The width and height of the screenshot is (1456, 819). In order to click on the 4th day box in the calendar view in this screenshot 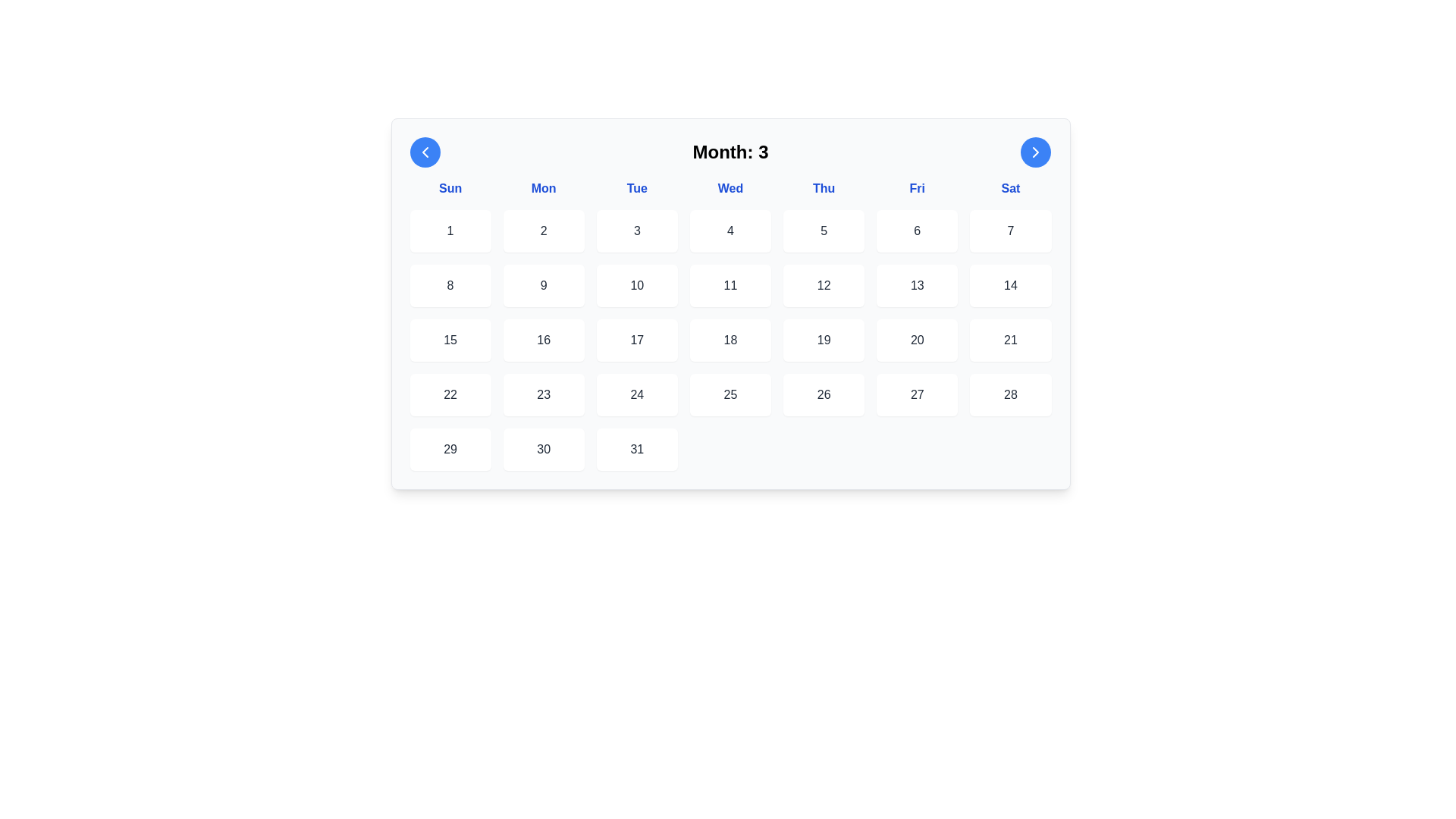, I will do `click(730, 231)`.